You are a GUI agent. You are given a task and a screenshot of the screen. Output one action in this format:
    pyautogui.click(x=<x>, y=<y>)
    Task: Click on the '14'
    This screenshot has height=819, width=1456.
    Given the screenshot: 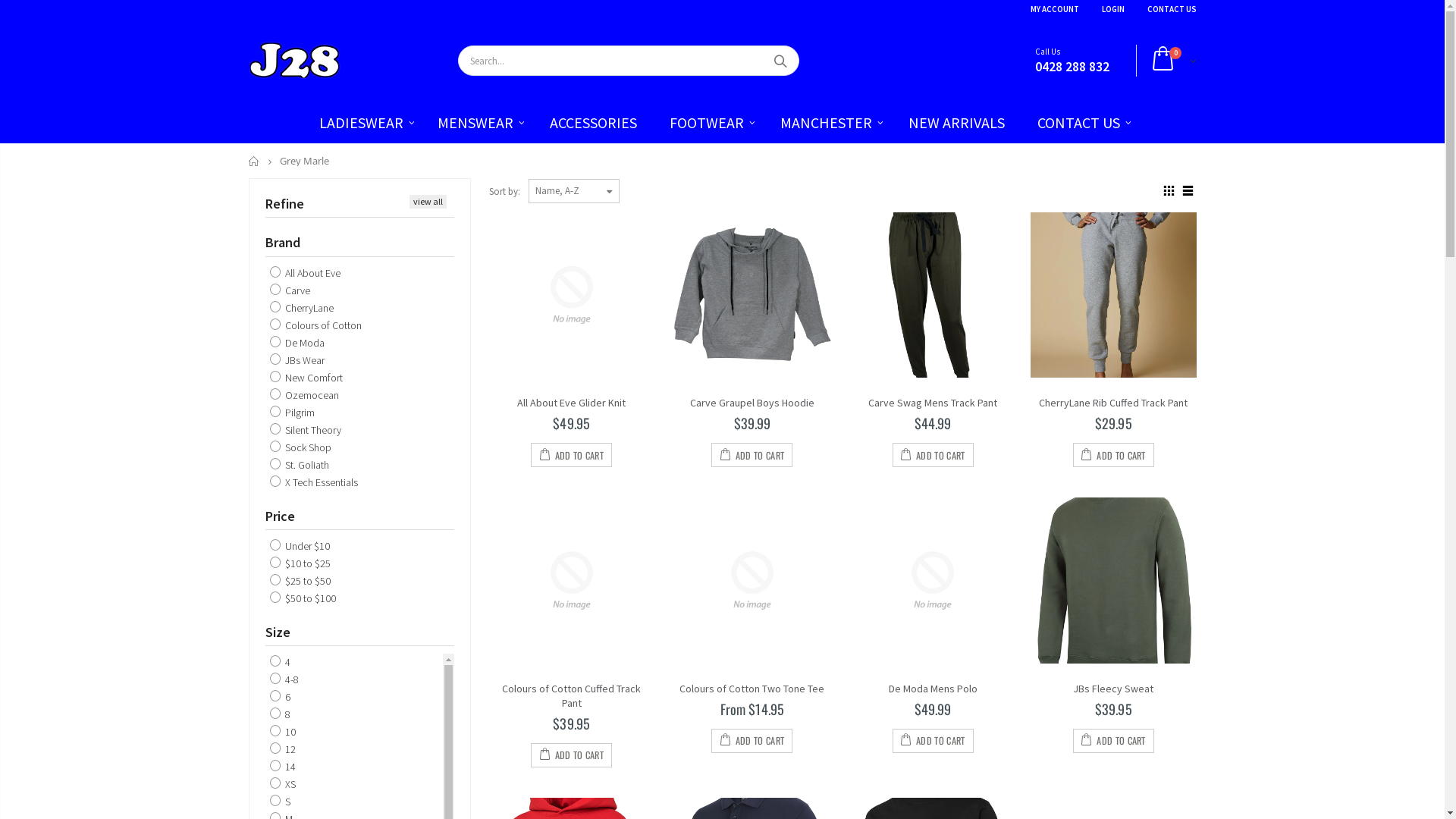 What is the action you would take?
    pyautogui.click(x=283, y=766)
    